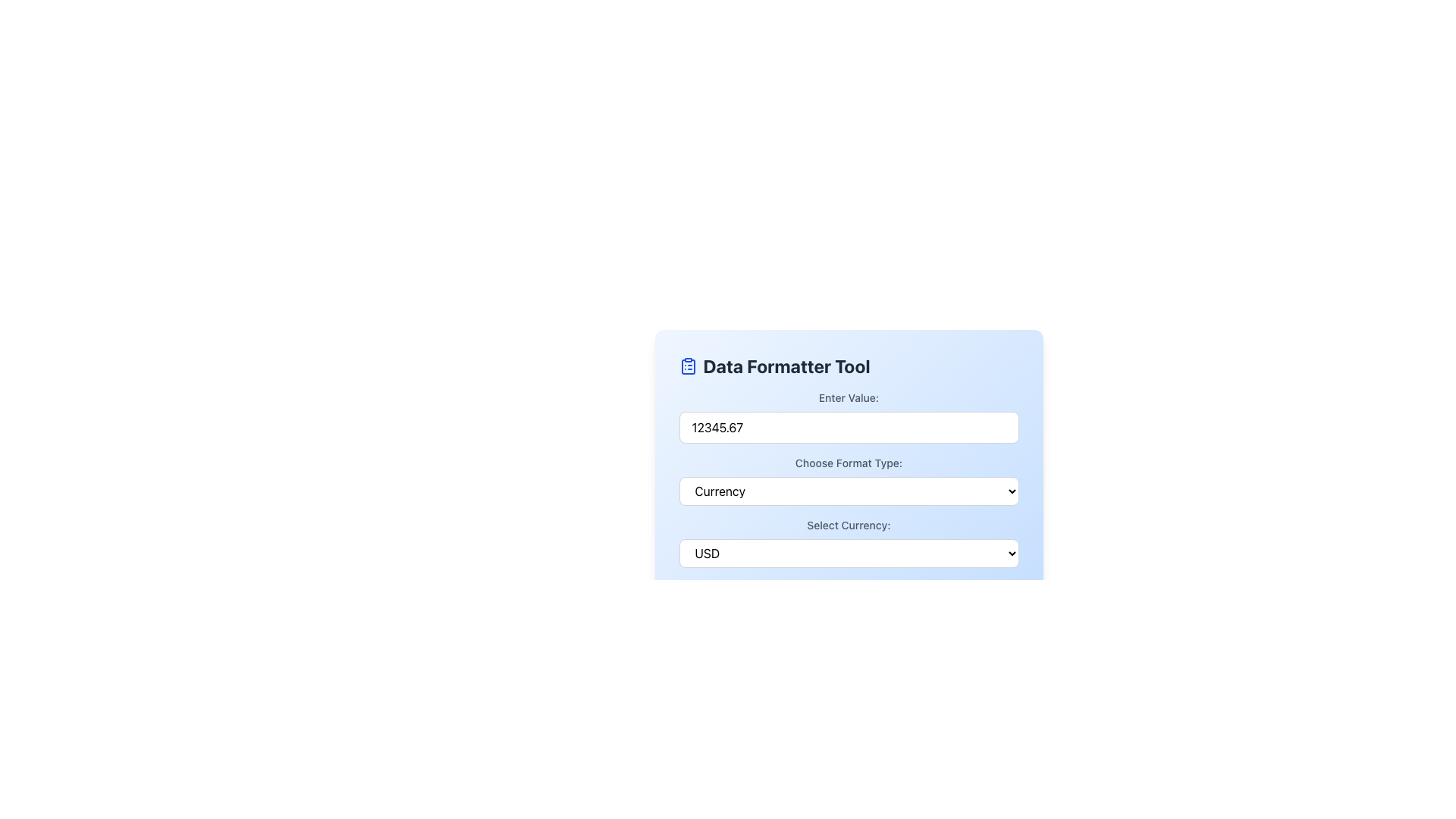  What do you see at coordinates (848, 542) in the screenshot?
I see `the dropdown menu` at bounding box center [848, 542].